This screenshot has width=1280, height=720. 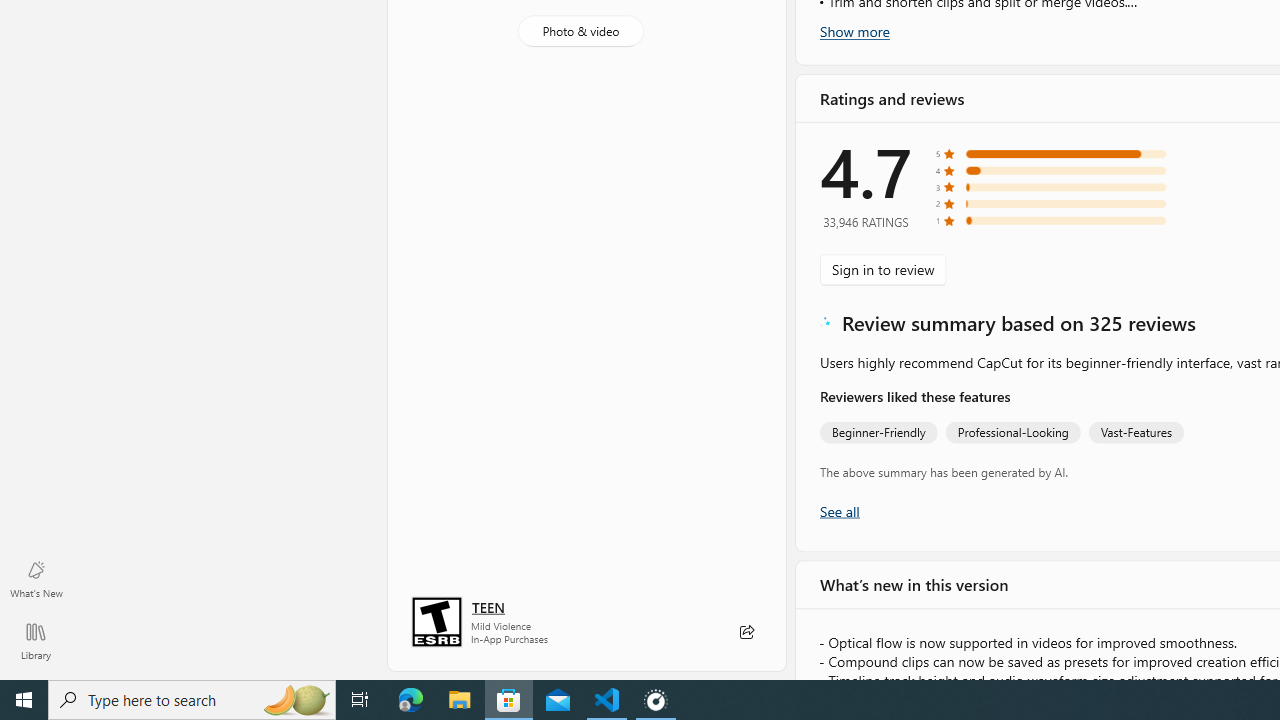 I want to click on 'Photo & video', so click(x=578, y=30).